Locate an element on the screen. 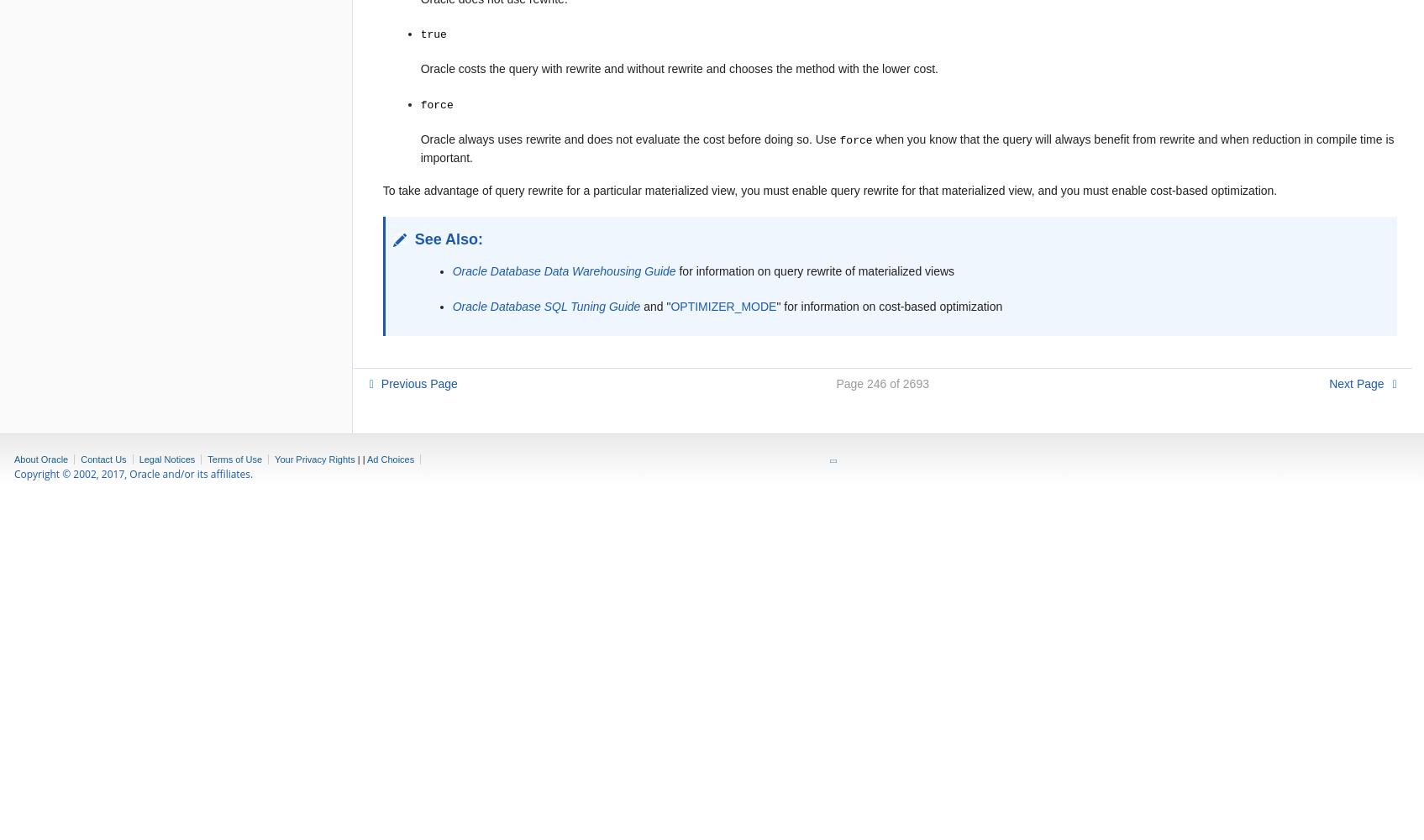 The width and height of the screenshot is (1424, 840). 'for information on query rewrite of materialized views' is located at coordinates (815, 270).